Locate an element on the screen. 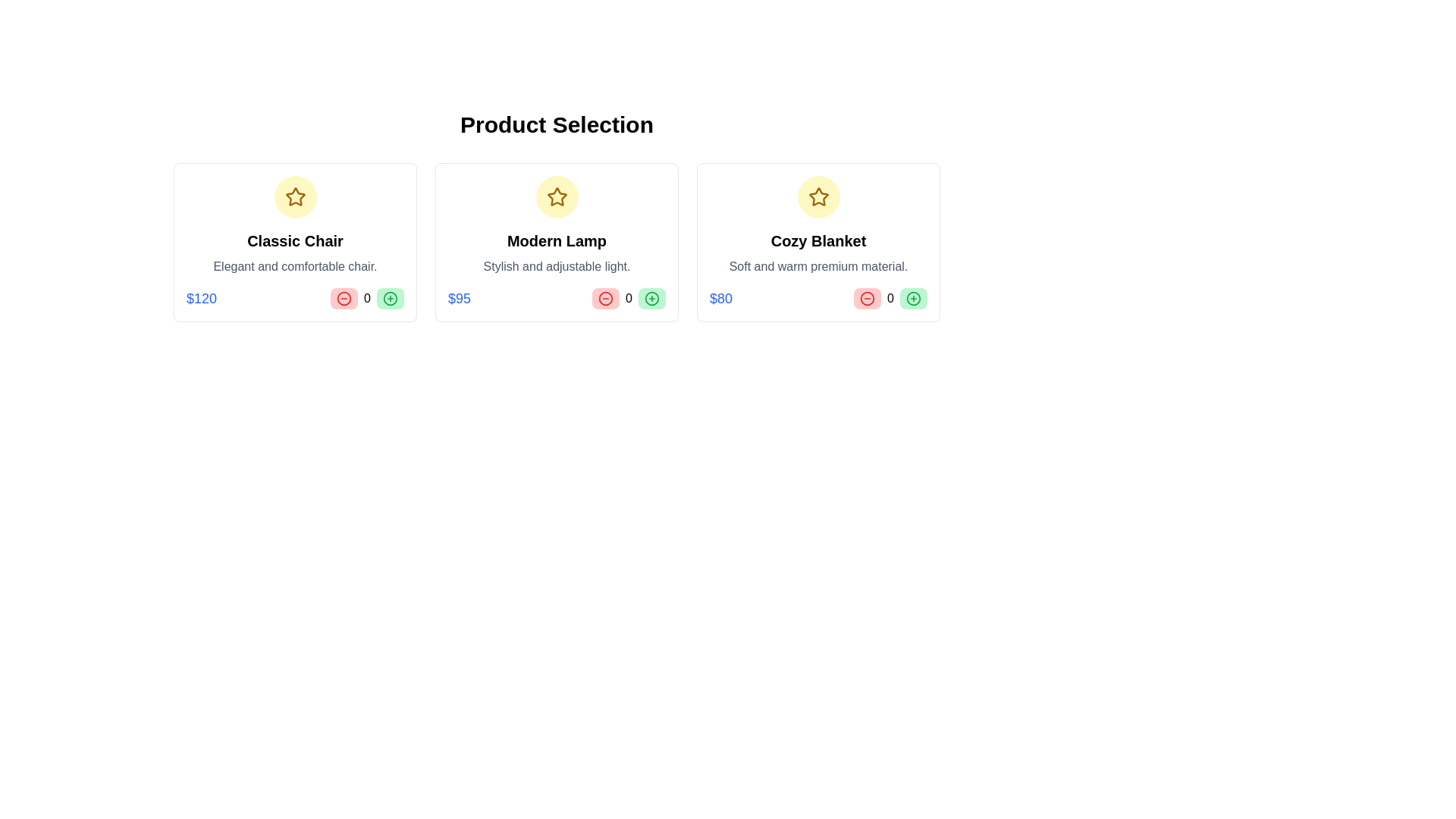 Image resolution: width=1456 pixels, height=819 pixels. the thin circular outline of the Decorative circle or icon background located in the bottom right corner of the 'Classic Chair' product card is located at coordinates (390, 298).